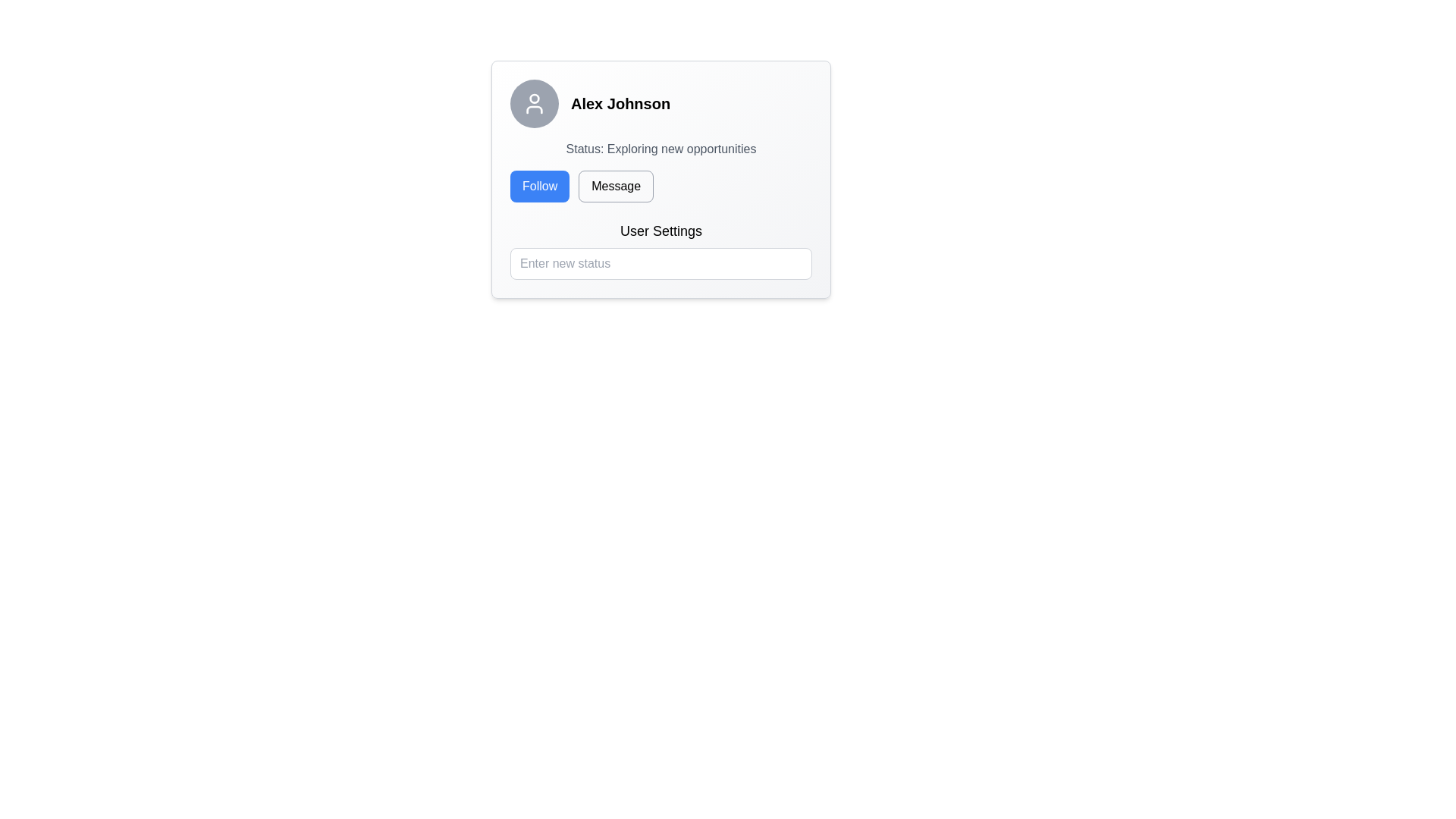 The image size is (1456, 819). What do you see at coordinates (661, 231) in the screenshot?
I see `the text label that serves as a heading for the section below it, which is centered above the 'Enter new status' input field in the user profile card` at bounding box center [661, 231].